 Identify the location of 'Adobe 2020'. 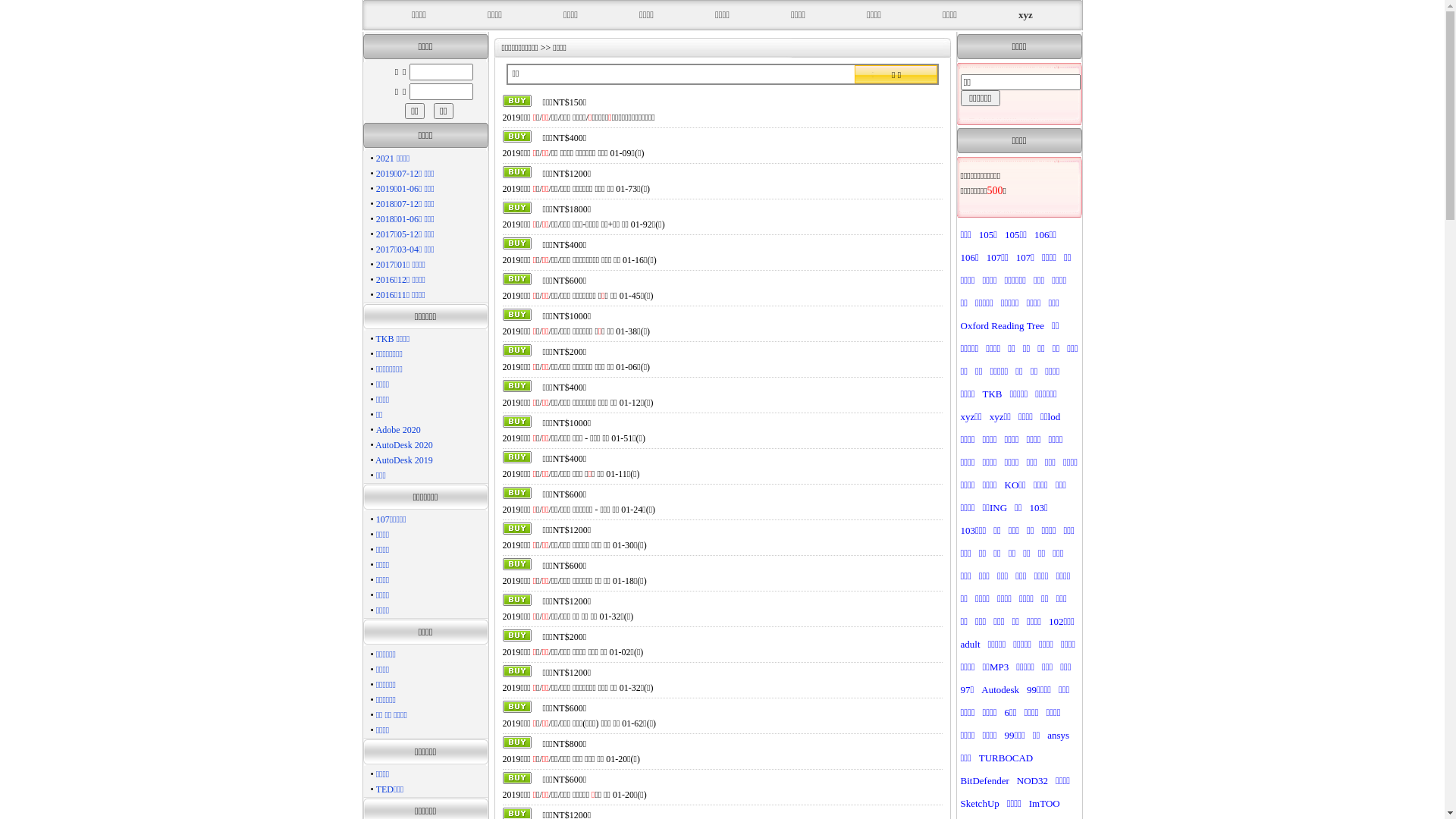
(398, 430).